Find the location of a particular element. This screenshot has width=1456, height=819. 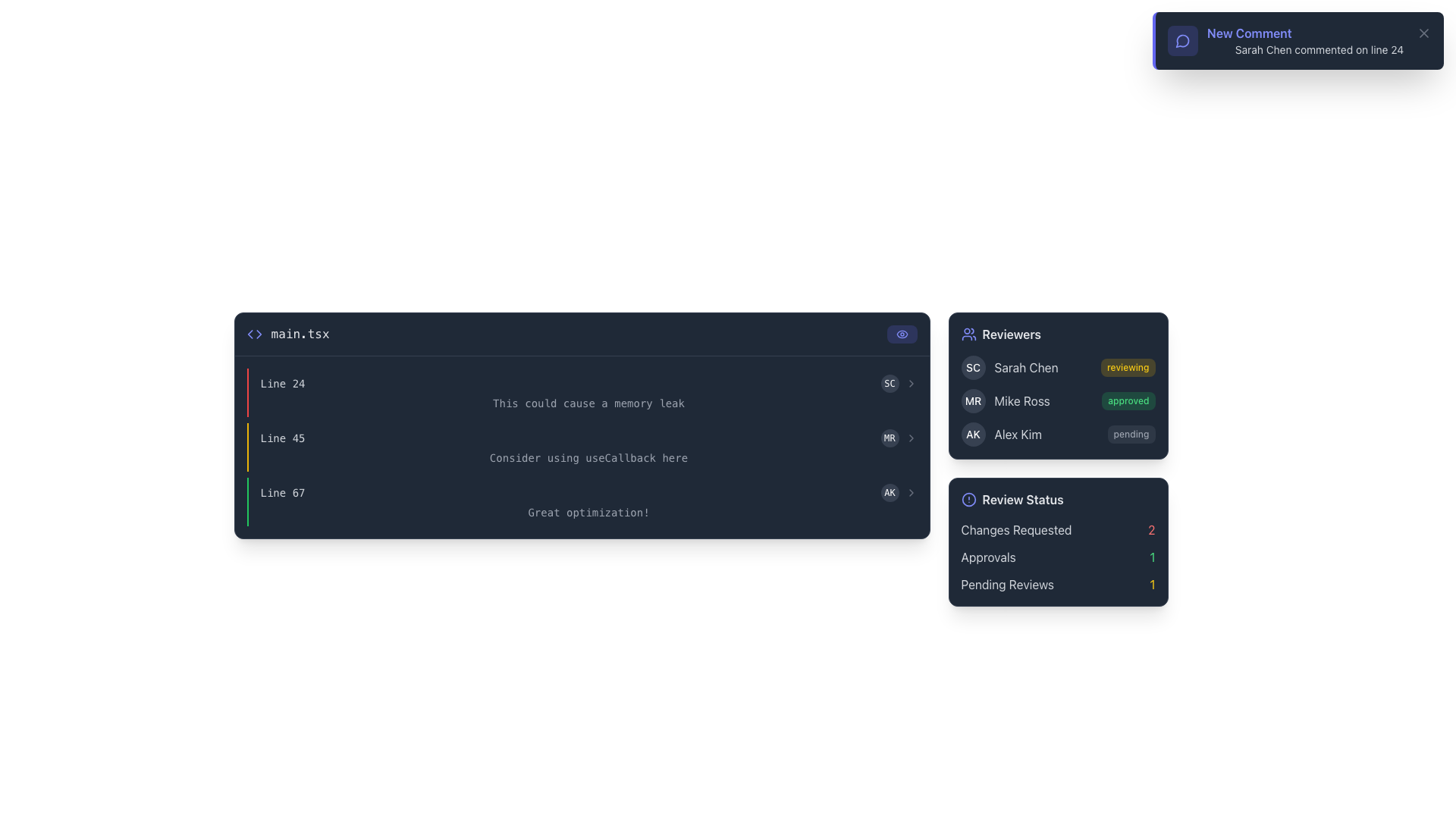

the small circular badge with gray background and white initials 'MR' located is located at coordinates (899, 438).